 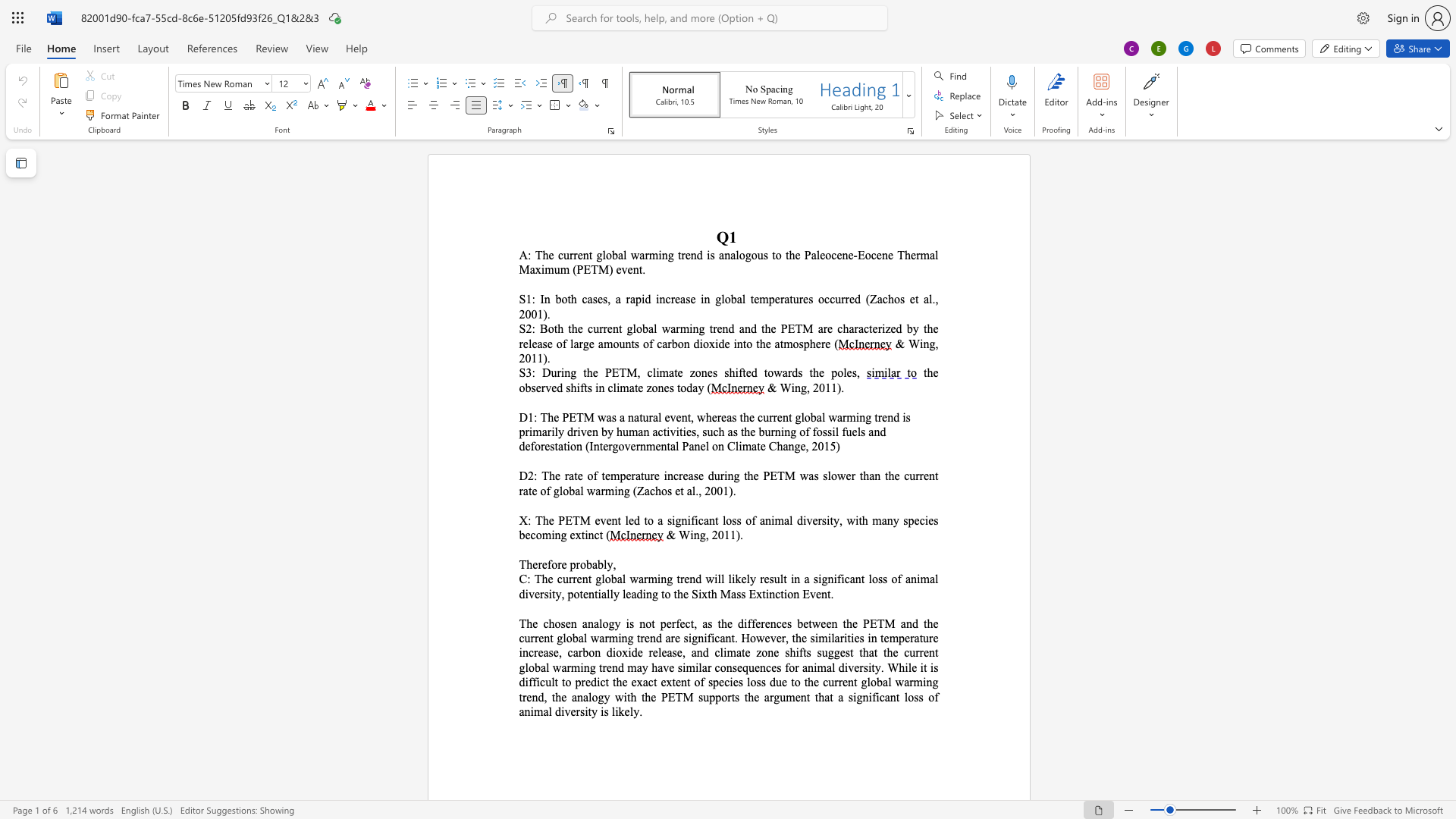 What do you see at coordinates (762, 344) in the screenshot?
I see `the 1th character "h" in the text` at bounding box center [762, 344].